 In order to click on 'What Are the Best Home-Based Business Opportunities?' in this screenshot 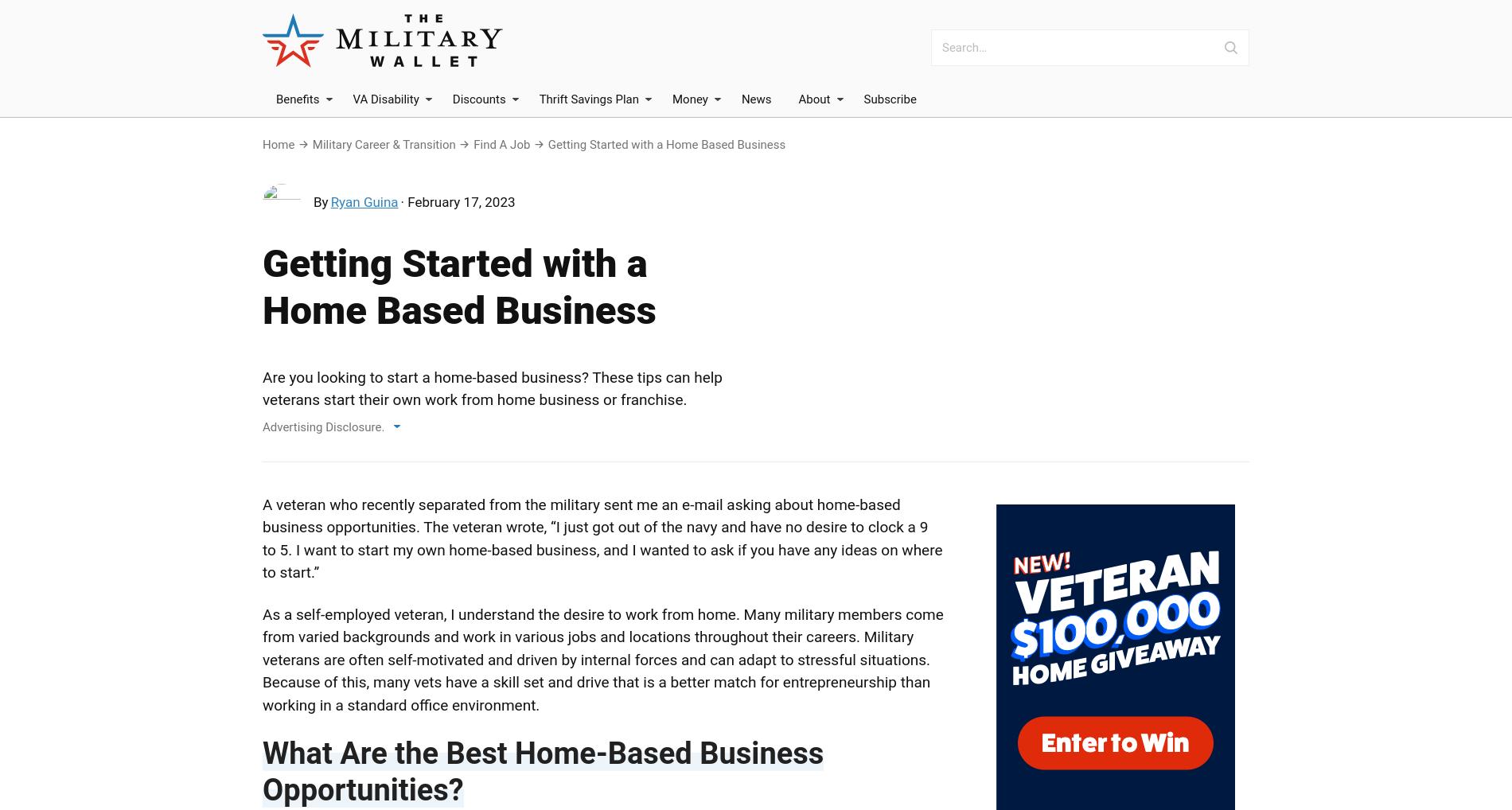, I will do `click(262, 771)`.